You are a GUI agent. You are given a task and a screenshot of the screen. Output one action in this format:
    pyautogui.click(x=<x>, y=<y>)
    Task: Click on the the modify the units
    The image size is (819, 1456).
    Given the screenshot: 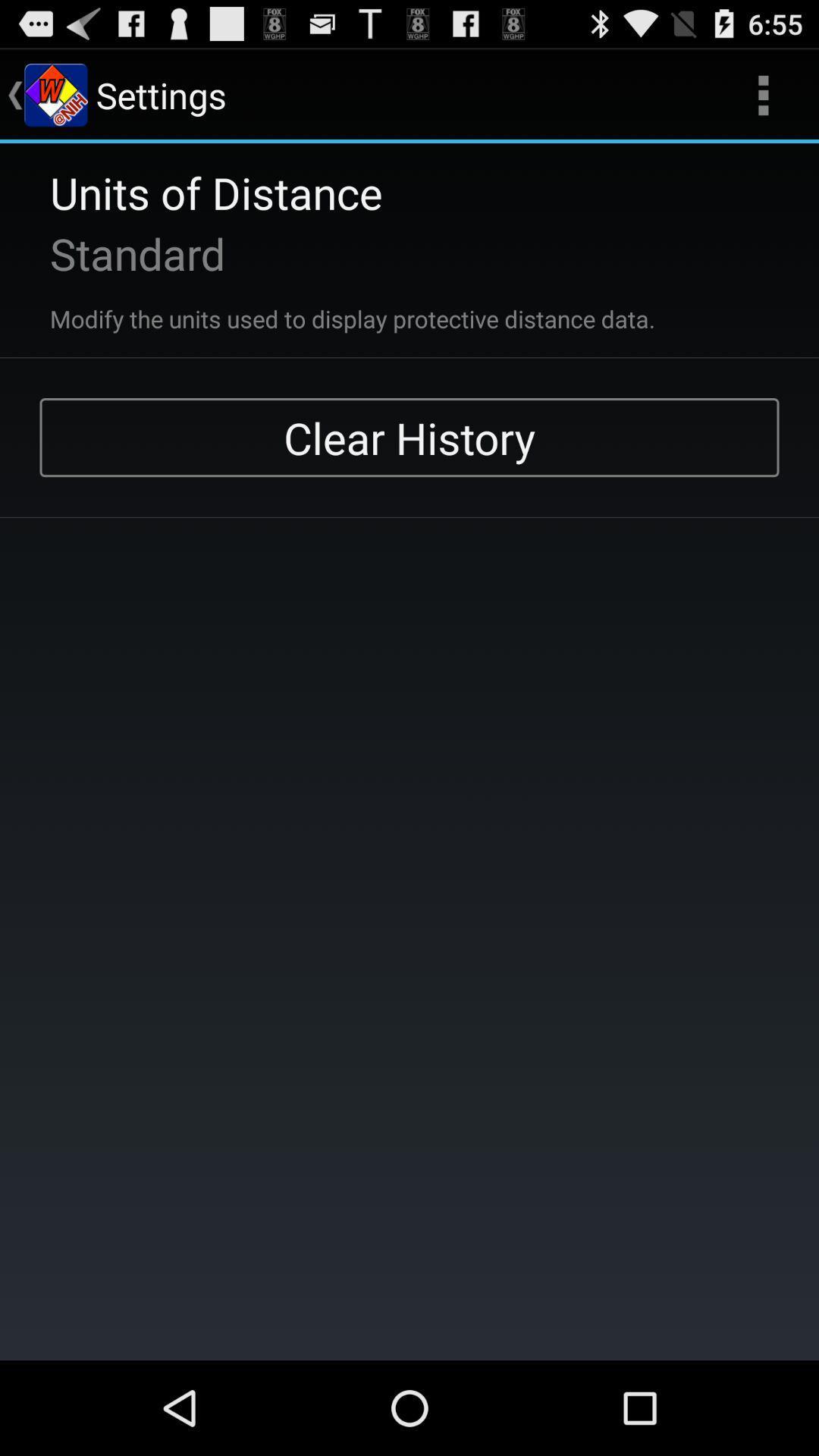 What is the action you would take?
    pyautogui.click(x=331, y=309)
    